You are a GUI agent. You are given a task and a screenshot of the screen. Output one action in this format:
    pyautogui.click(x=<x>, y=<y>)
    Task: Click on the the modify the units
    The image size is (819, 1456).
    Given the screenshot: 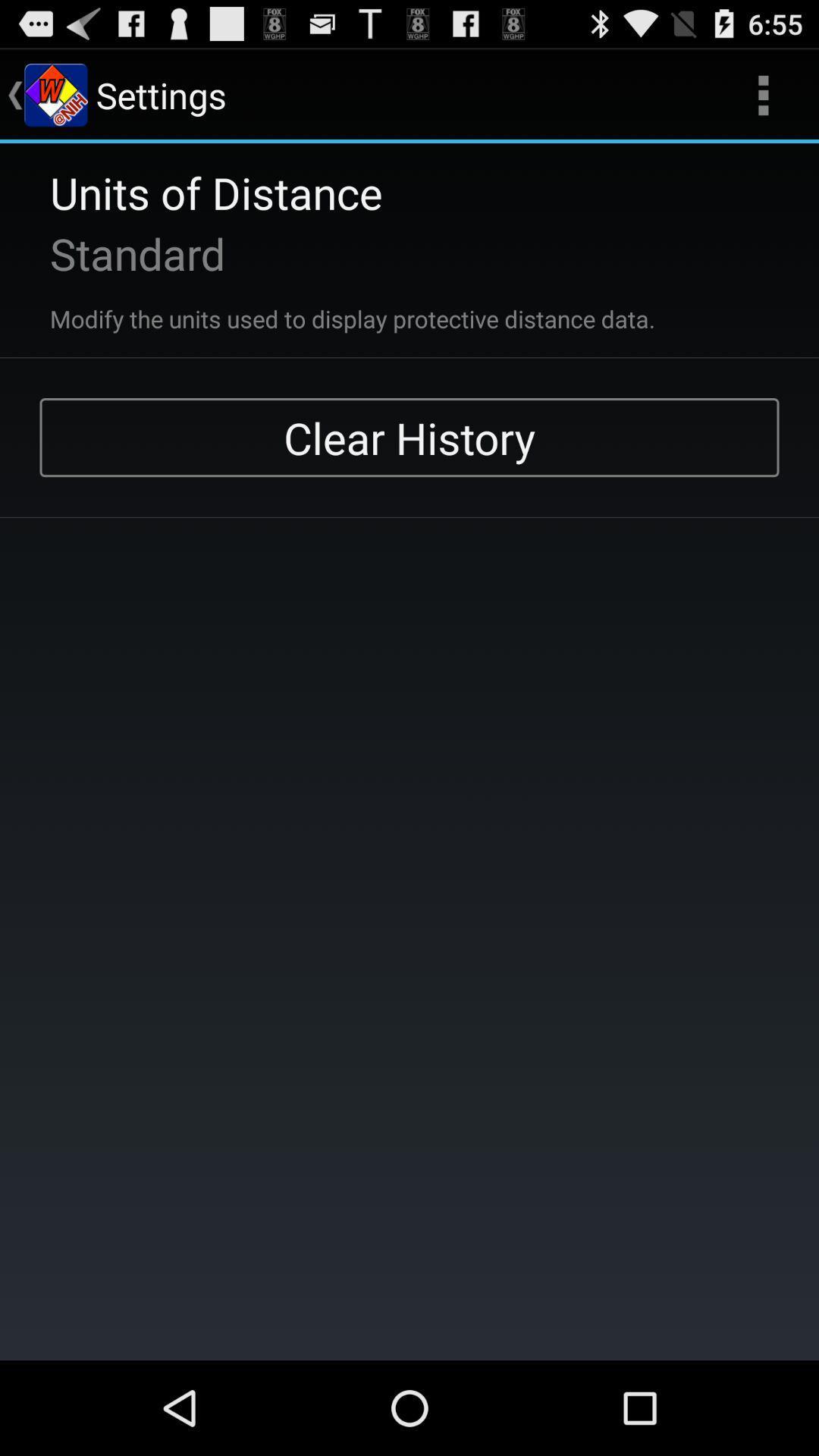 What is the action you would take?
    pyautogui.click(x=331, y=309)
    